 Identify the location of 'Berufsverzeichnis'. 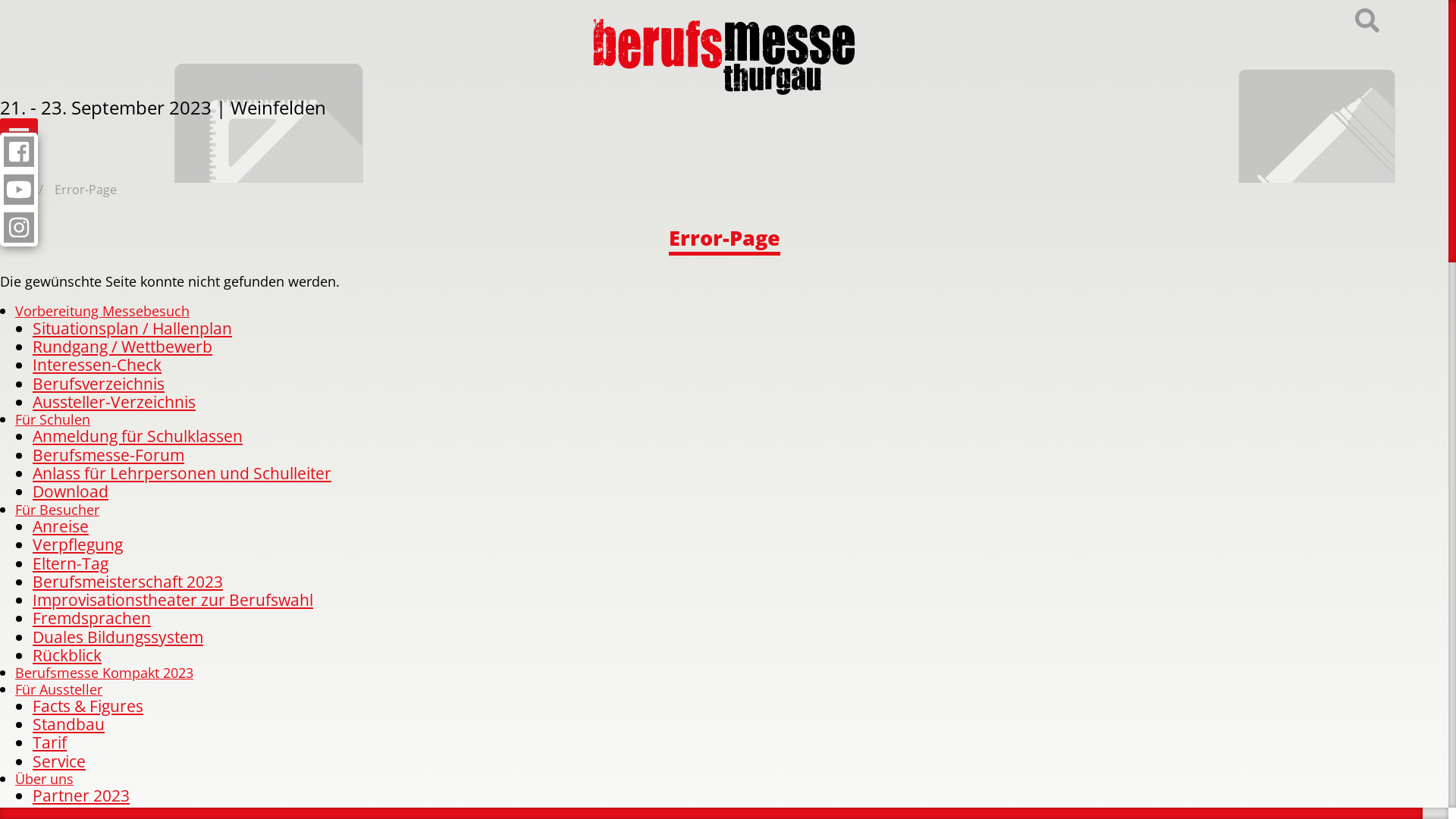
(97, 382).